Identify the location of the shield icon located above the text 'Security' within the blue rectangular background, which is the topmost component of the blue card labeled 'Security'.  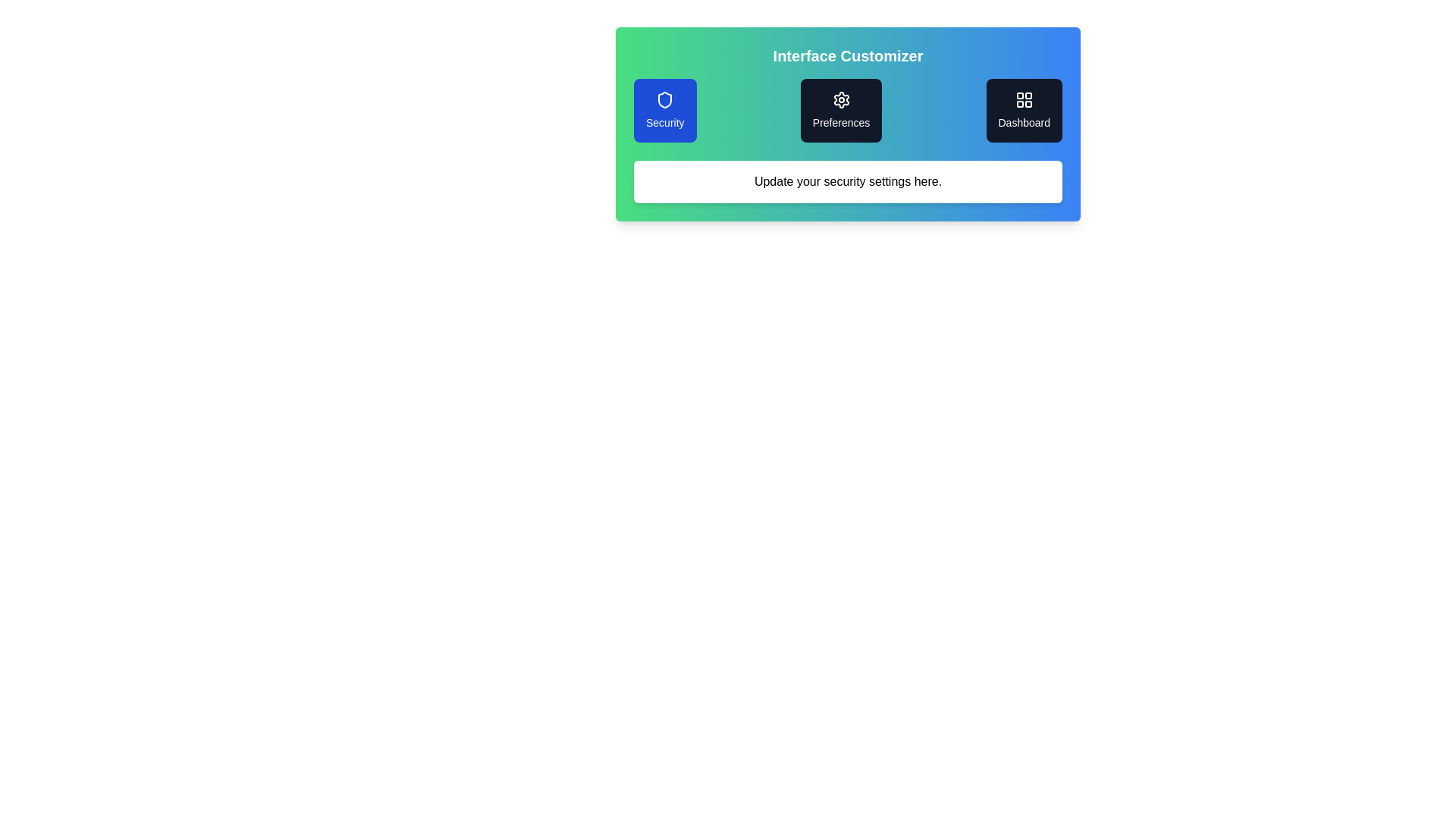
(665, 99).